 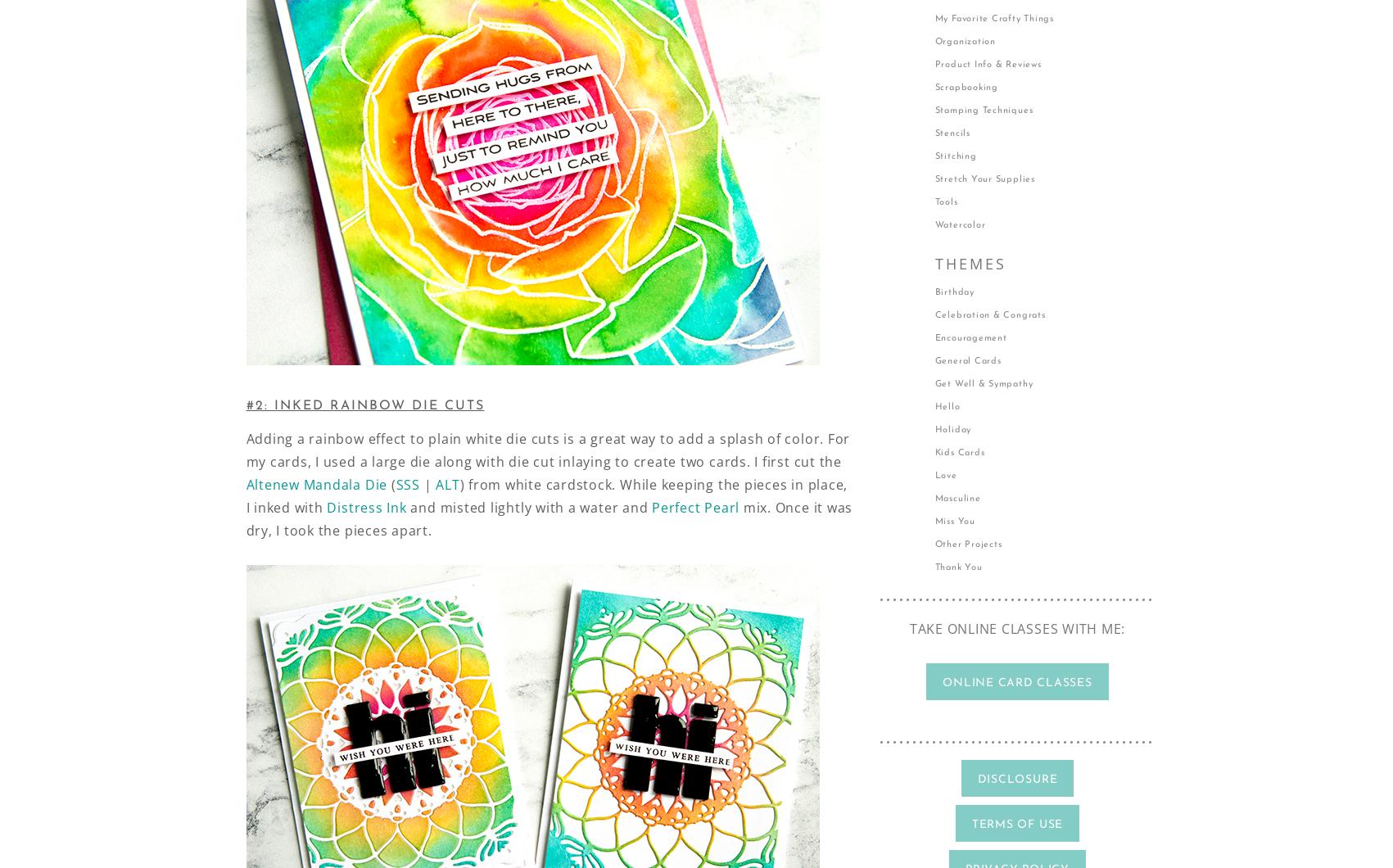 What do you see at coordinates (246, 450) in the screenshot?
I see `'Adding a rainbow effect to plain white die cuts is a great way to add a splash of color. For my cards, I used a large die along with die cut inlaying to create two cards. I first cut the'` at bounding box center [246, 450].